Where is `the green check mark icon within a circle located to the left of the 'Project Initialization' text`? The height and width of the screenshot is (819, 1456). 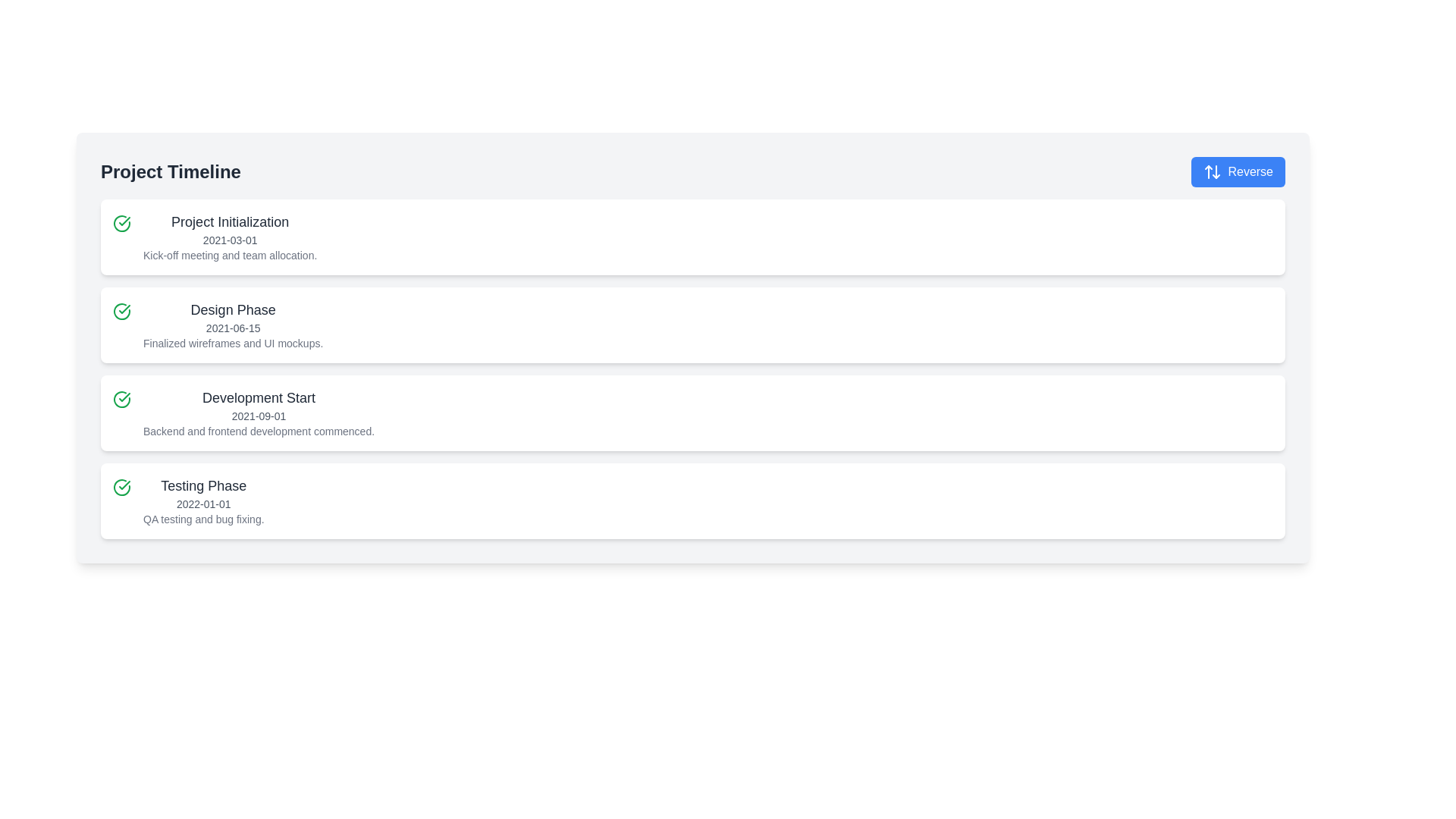
the green check mark icon within a circle located to the left of the 'Project Initialization' text is located at coordinates (122, 223).